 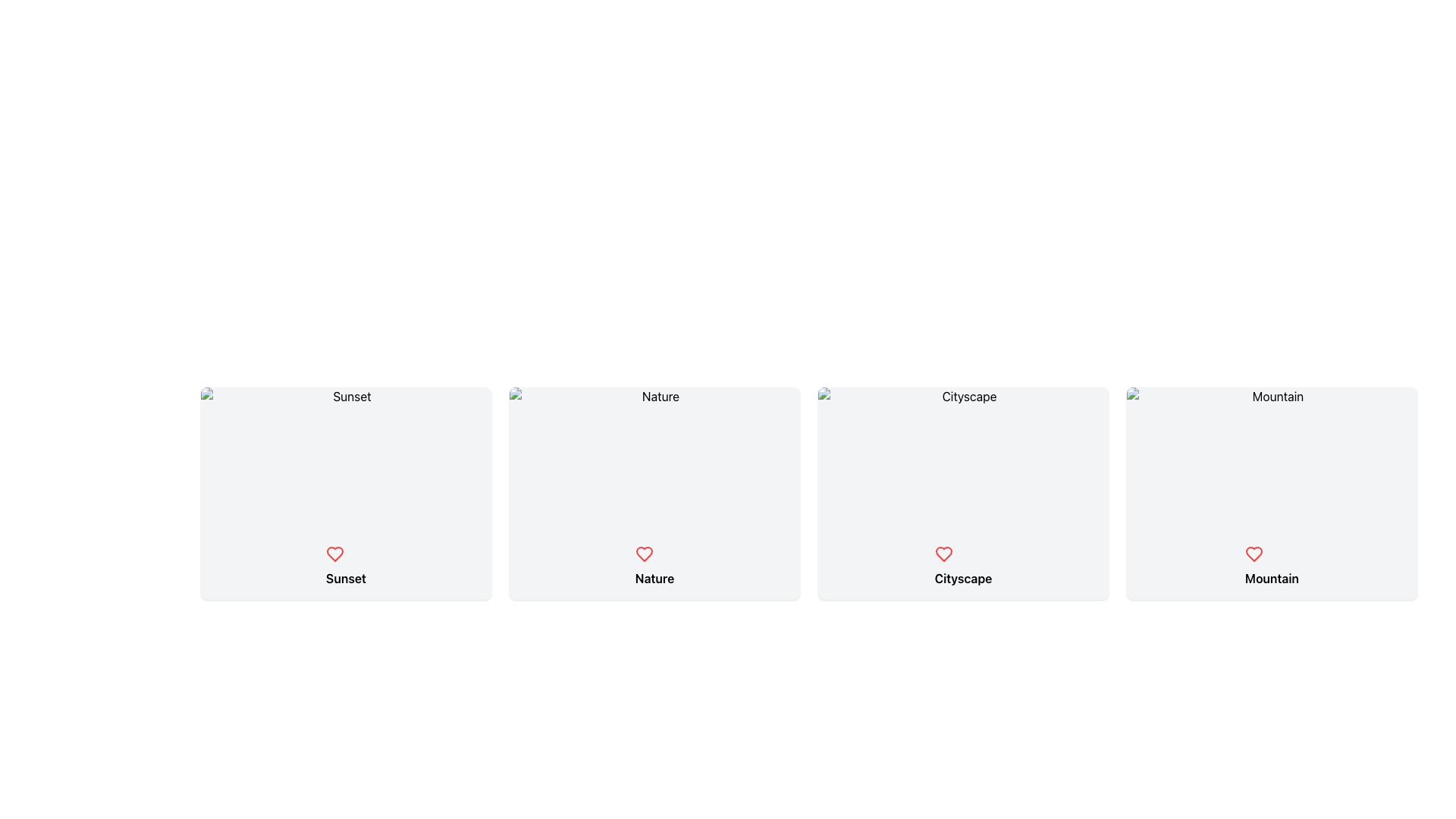 What do you see at coordinates (345, 579) in the screenshot?
I see `the text label at the bottom of the card structure on the left side of the horizontal list` at bounding box center [345, 579].